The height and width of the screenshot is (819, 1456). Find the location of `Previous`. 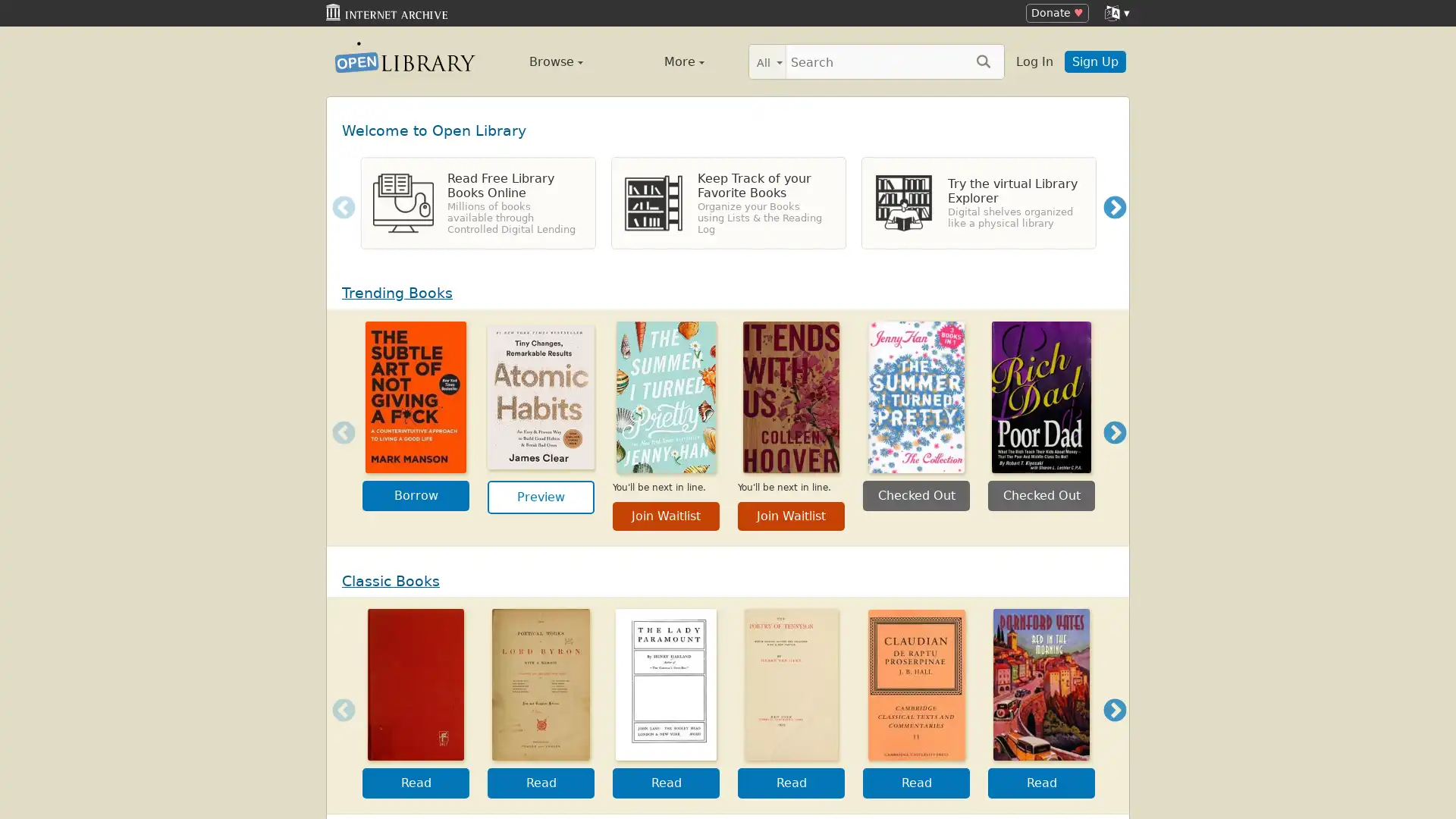

Previous is located at coordinates (337, 711).